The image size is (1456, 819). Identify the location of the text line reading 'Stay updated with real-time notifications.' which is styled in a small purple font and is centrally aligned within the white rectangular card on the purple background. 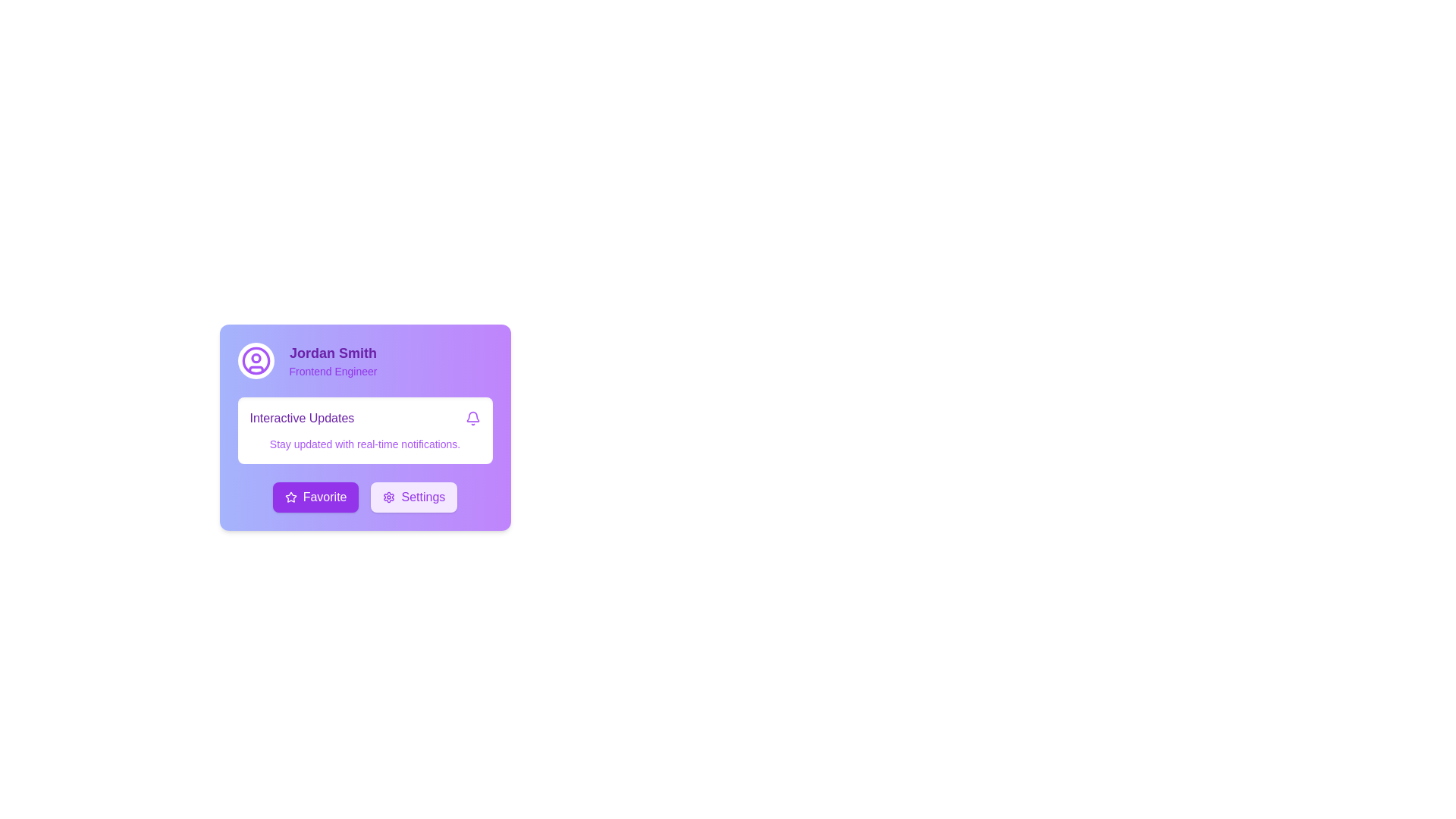
(365, 444).